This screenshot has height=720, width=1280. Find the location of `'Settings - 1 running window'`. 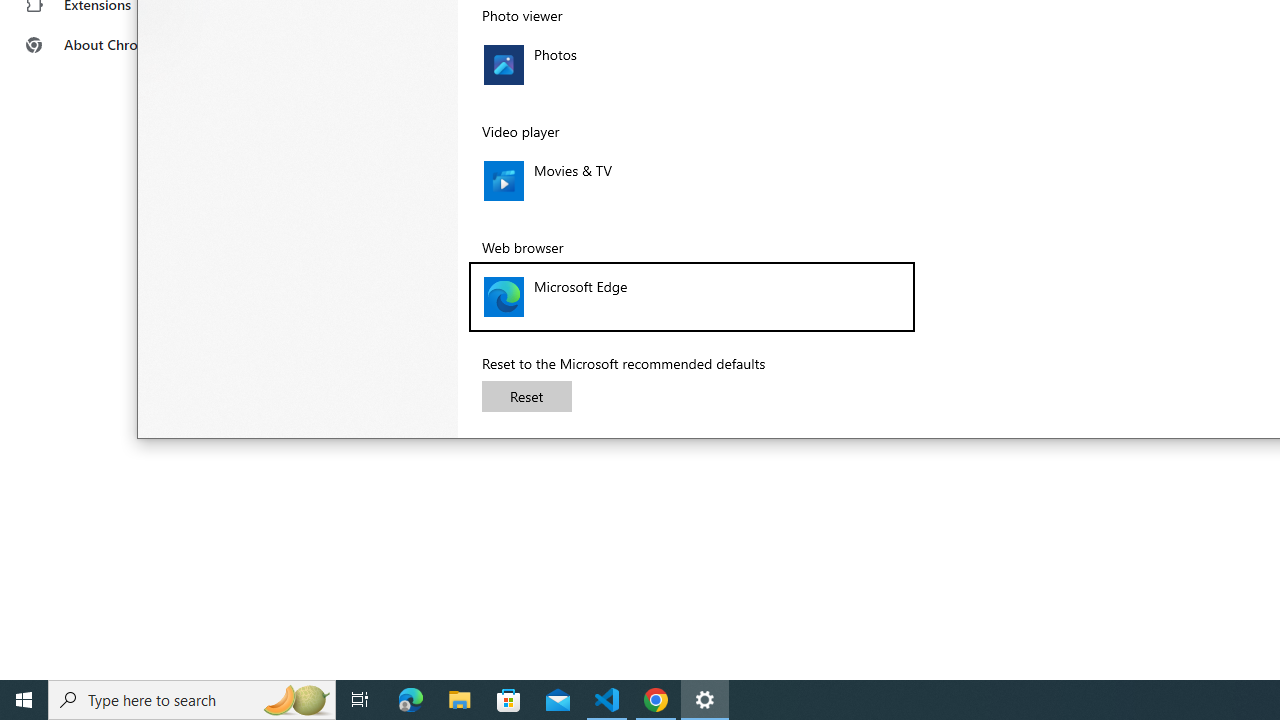

'Settings - 1 running window' is located at coordinates (705, 698).